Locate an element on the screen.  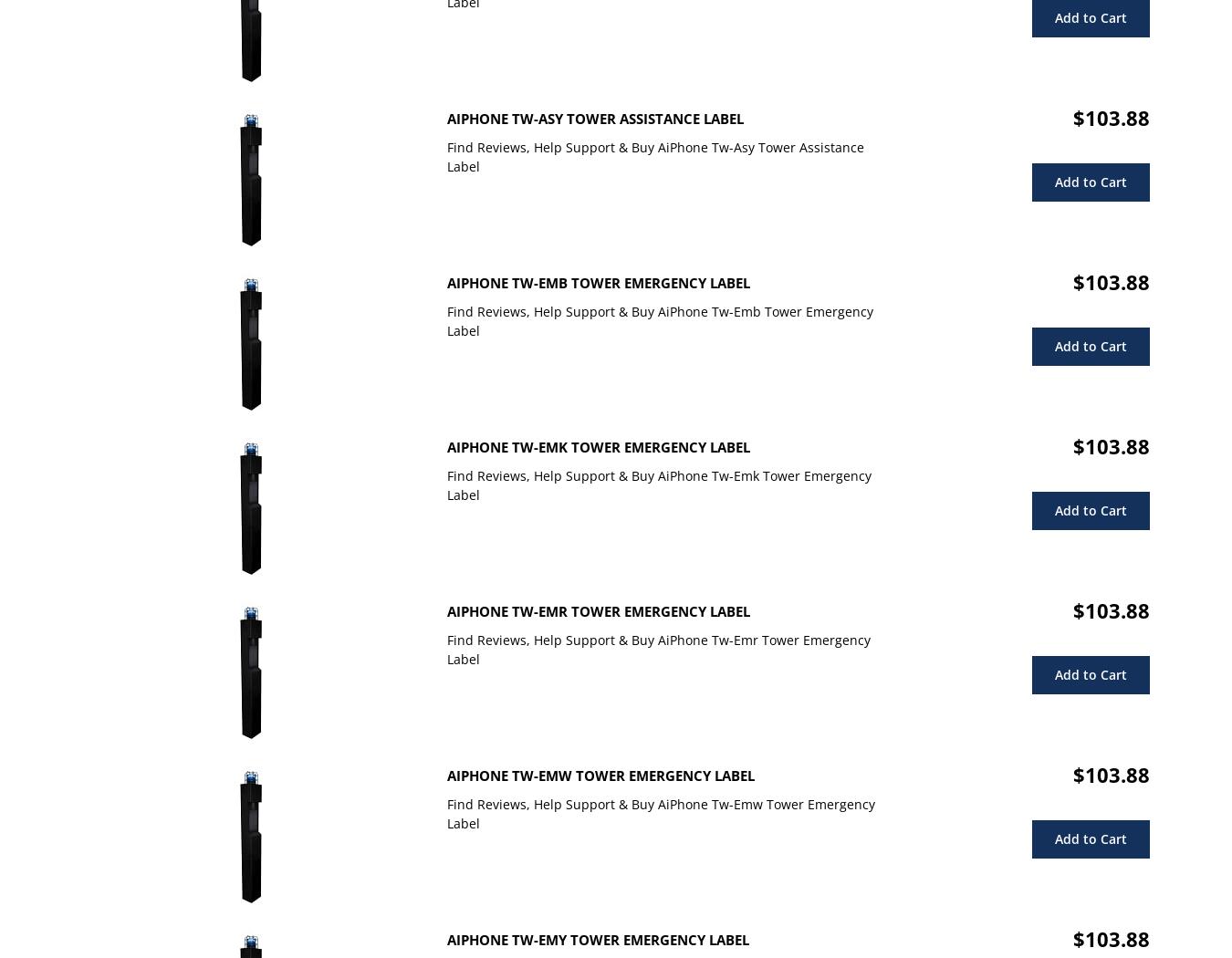
'AiPhone Tw-Emr Tower Emergency Label' is located at coordinates (598, 610).